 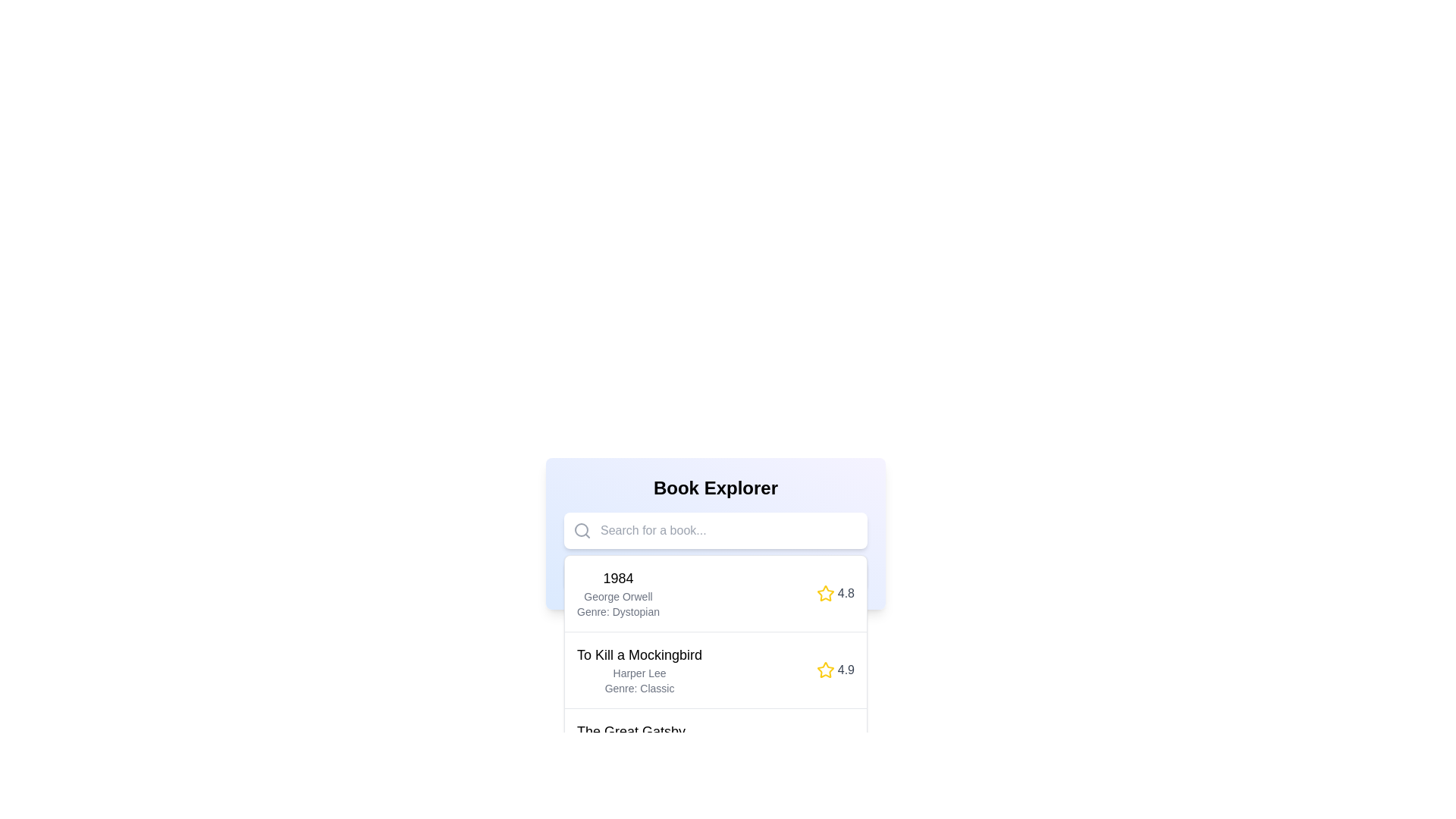 I want to click on yellow star icon that is part of the rating display for the book '1984', which has a numeric rating of '4.8' next to it, so click(x=824, y=593).